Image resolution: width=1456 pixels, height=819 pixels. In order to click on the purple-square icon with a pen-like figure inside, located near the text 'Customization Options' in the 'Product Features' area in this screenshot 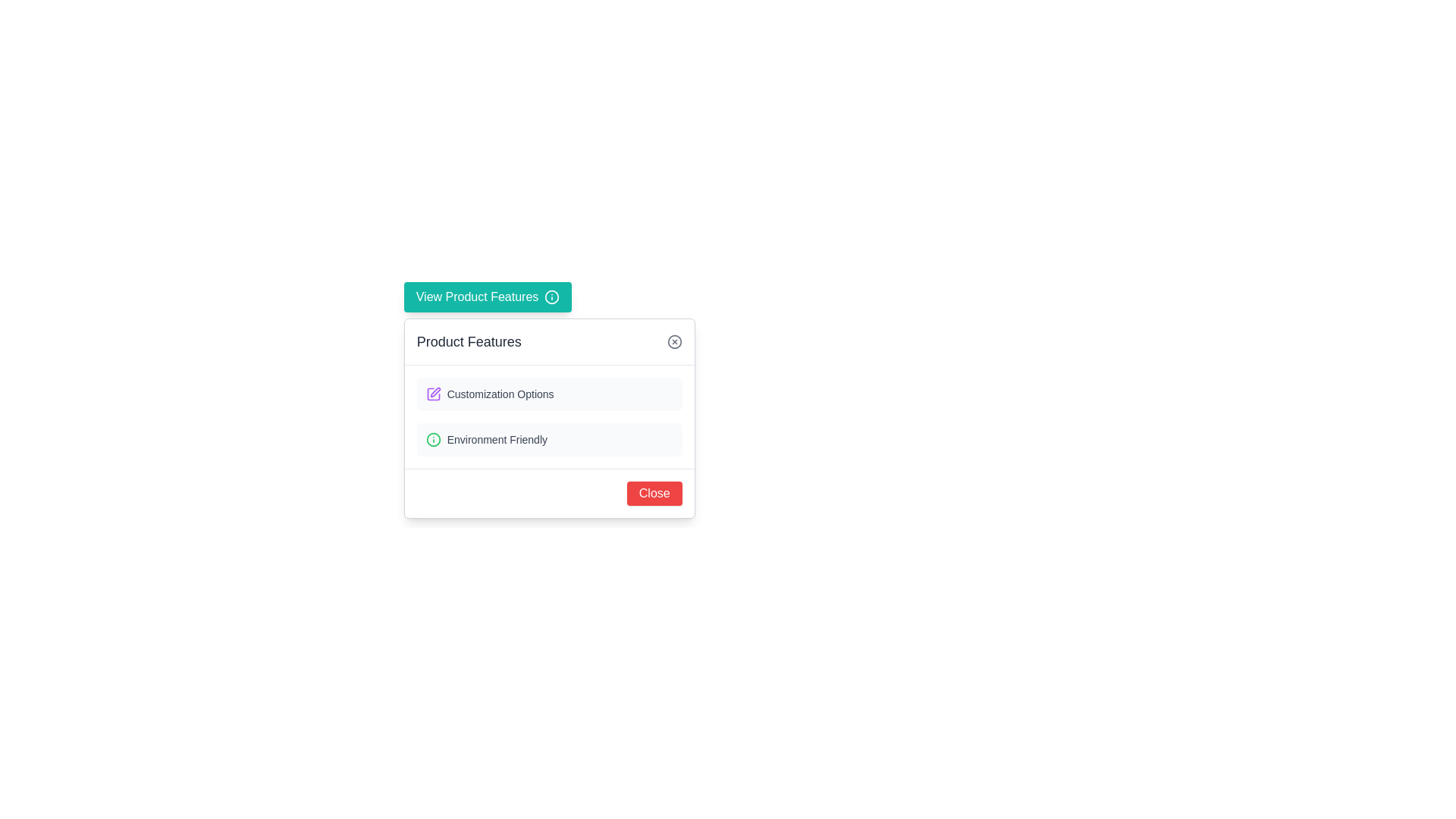, I will do `click(432, 394)`.